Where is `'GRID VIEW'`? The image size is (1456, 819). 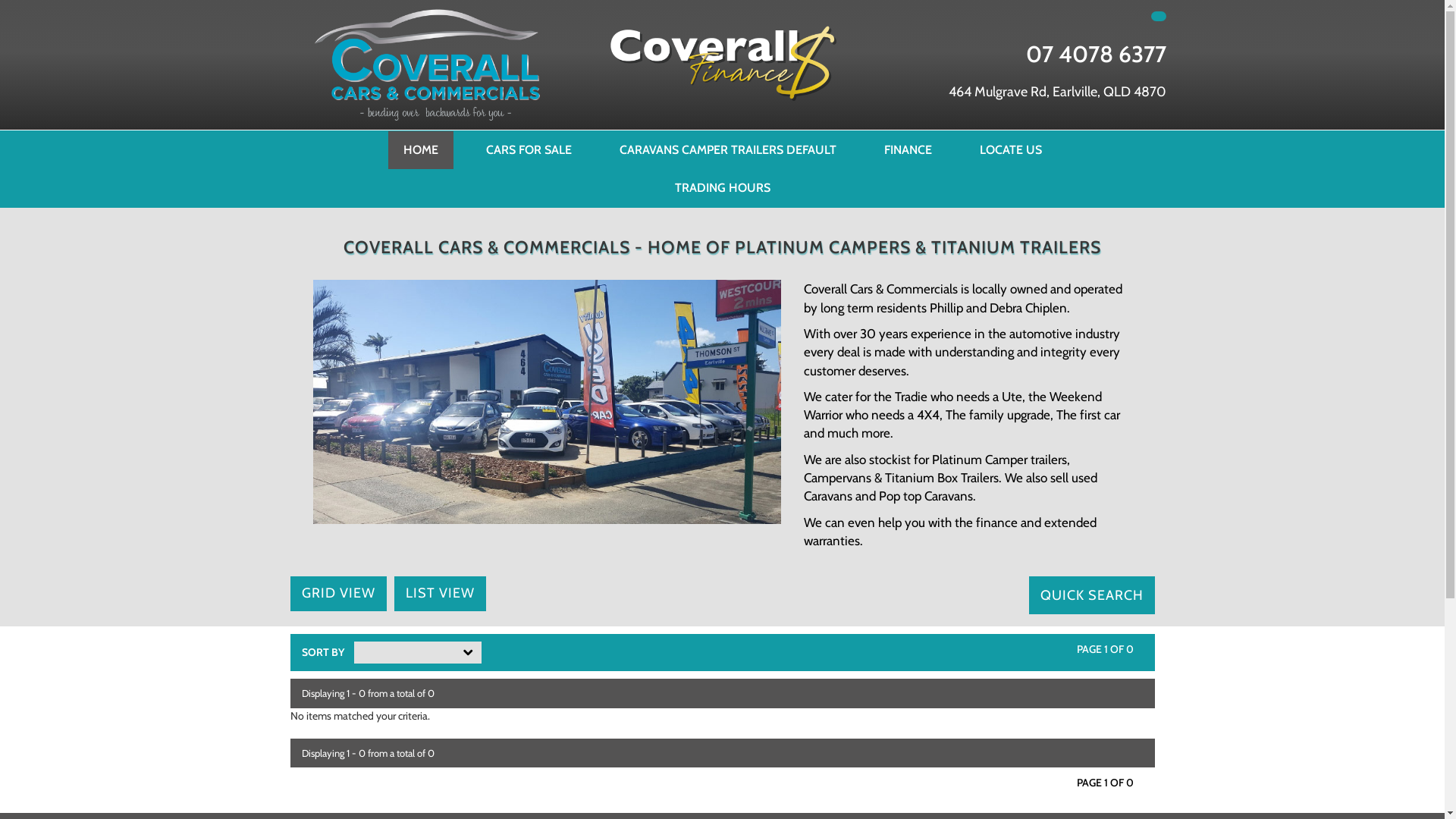
'GRID VIEW' is located at coordinates (337, 593).